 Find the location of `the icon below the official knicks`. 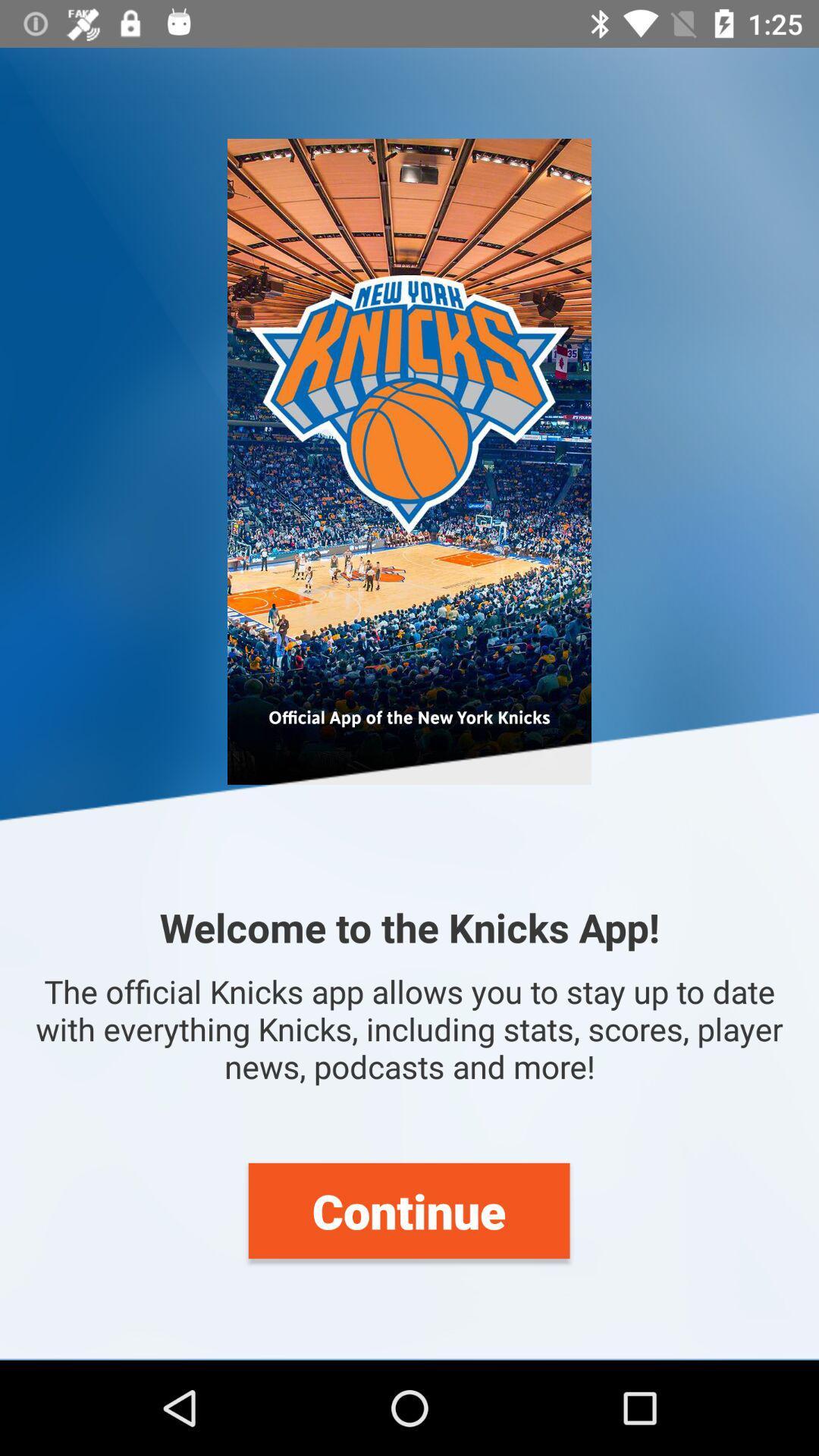

the icon below the official knicks is located at coordinates (408, 1210).